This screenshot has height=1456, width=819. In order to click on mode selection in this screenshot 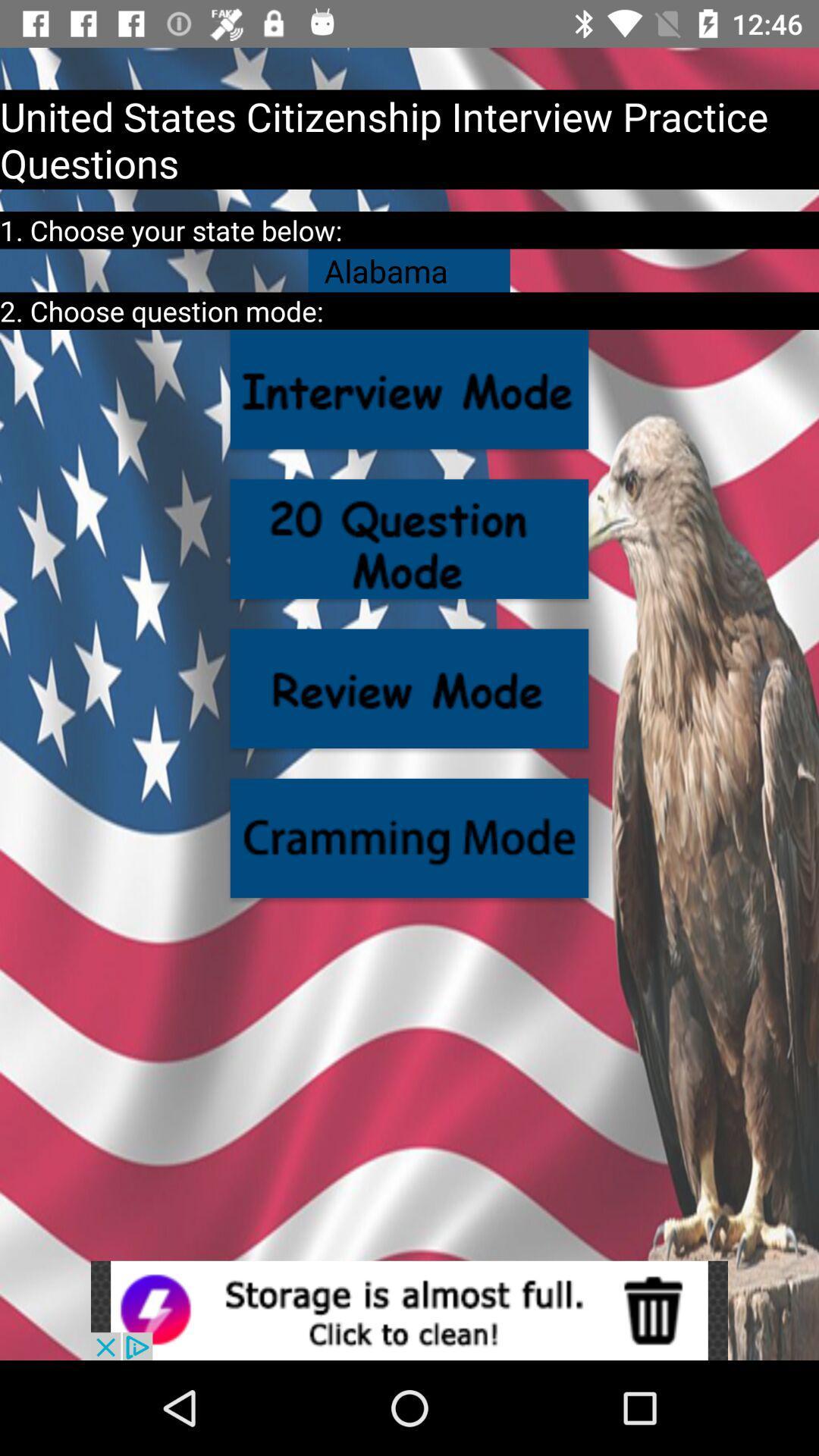, I will do `click(409, 837)`.